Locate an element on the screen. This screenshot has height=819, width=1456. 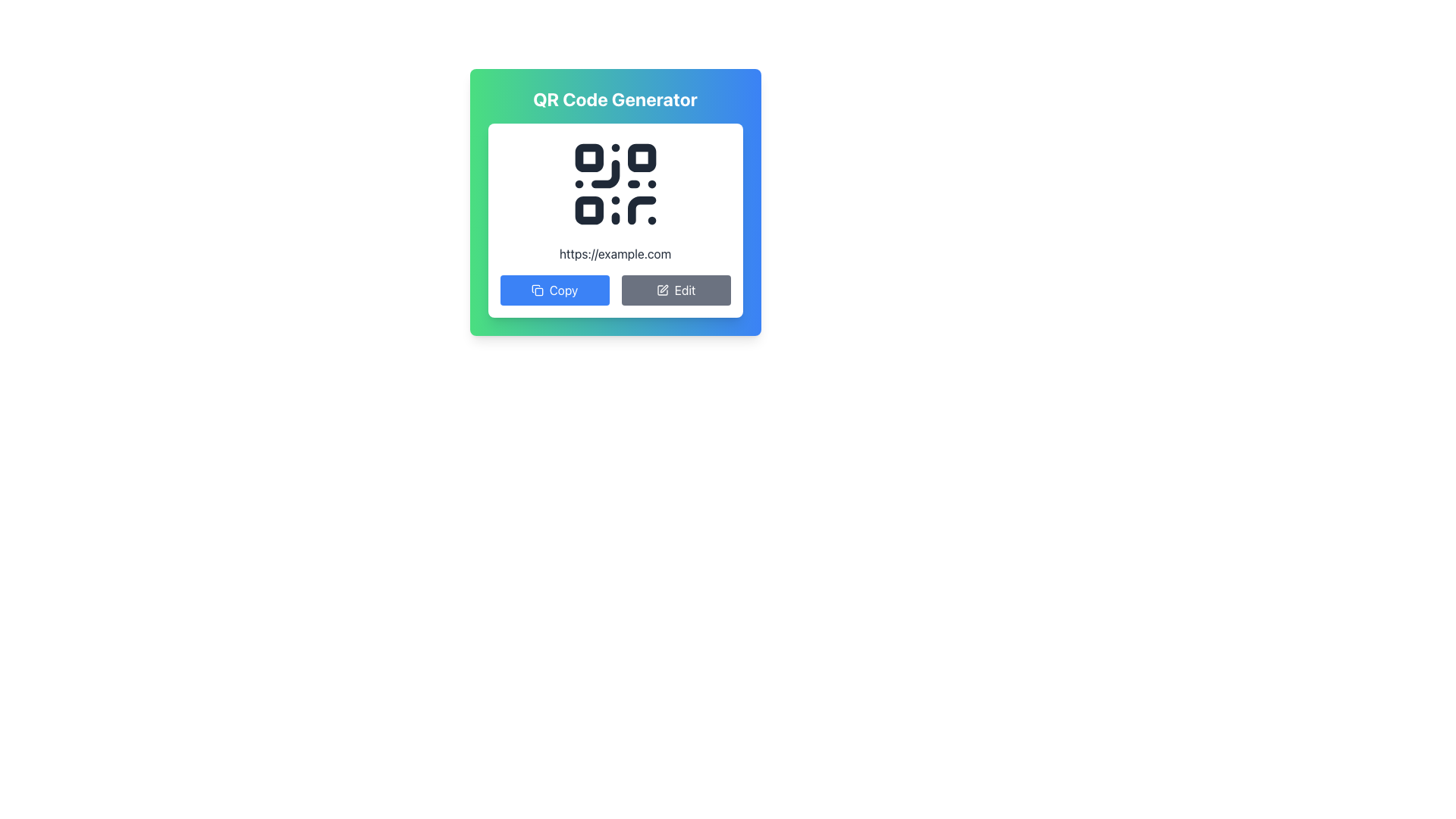
and interact with the top-left corner square of the QR code finder pattern, which is a static graphical element is located at coordinates (588, 158).